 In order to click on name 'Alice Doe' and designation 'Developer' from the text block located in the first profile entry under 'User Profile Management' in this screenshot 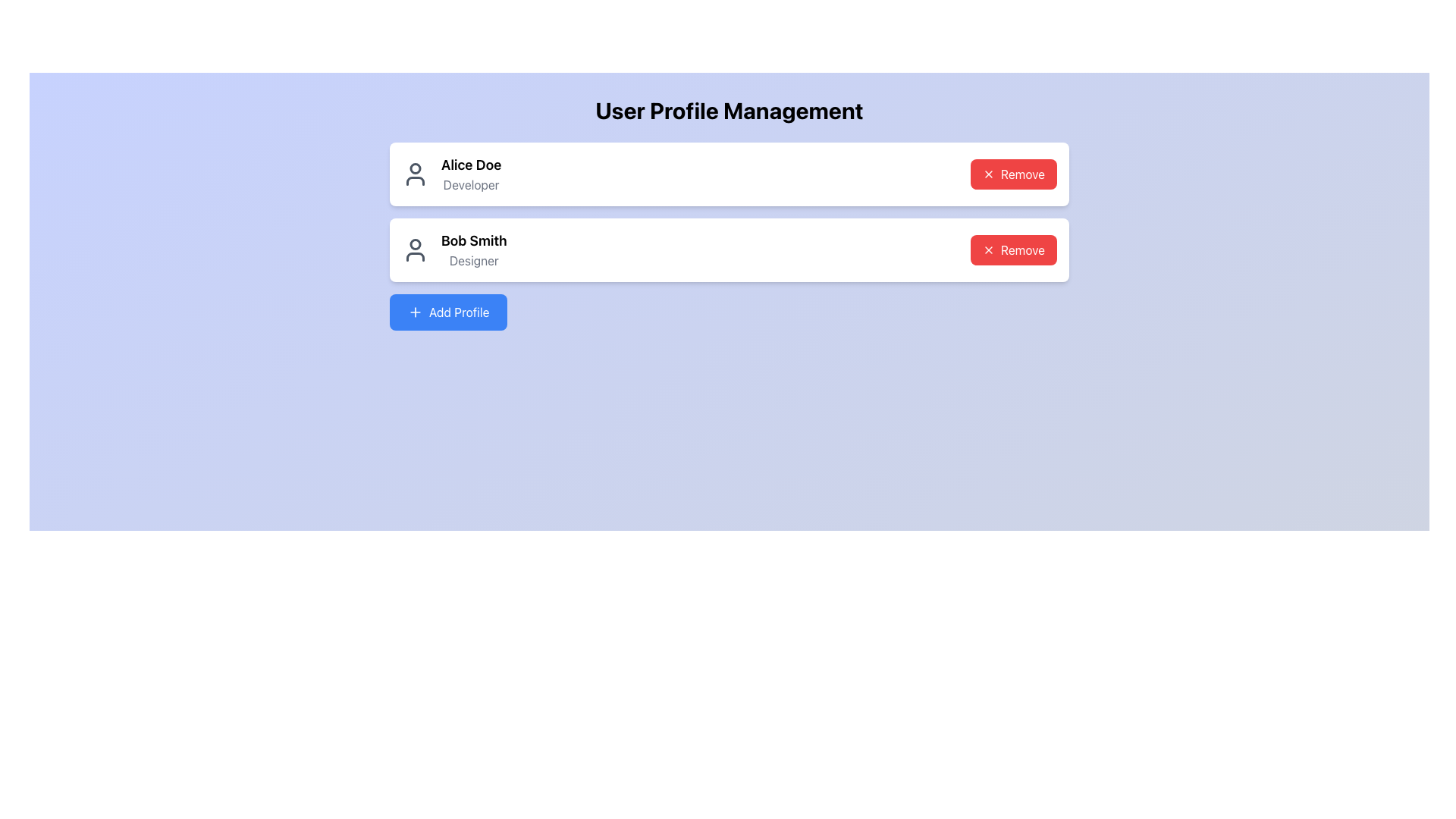, I will do `click(470, 174)`.